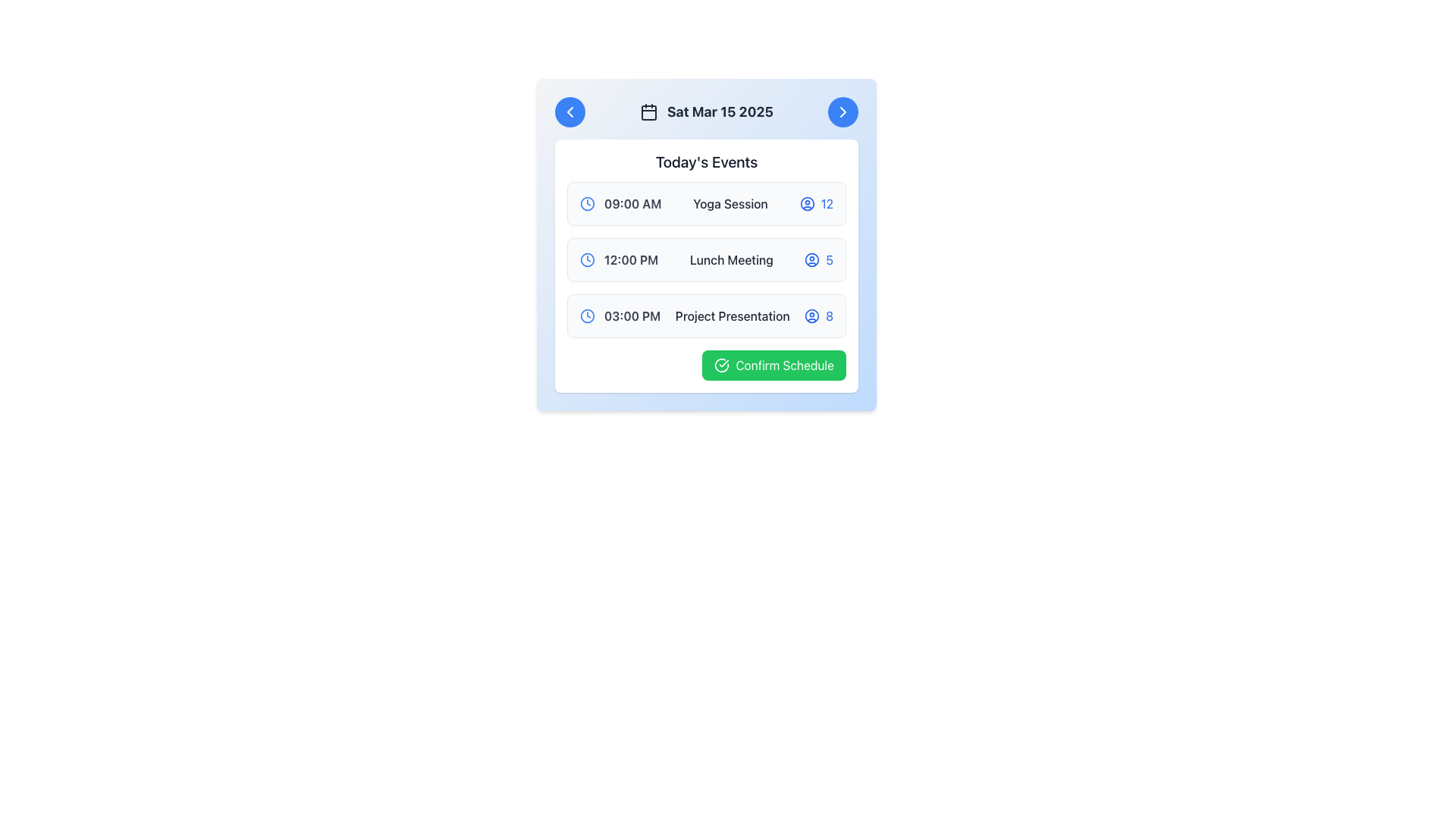 The height and width of the screenshot is (819, 1456). I want to click on the chevron icon located in the top-right corner of the card interface to trigger a tooltip or visual effect, so click(843, 111).